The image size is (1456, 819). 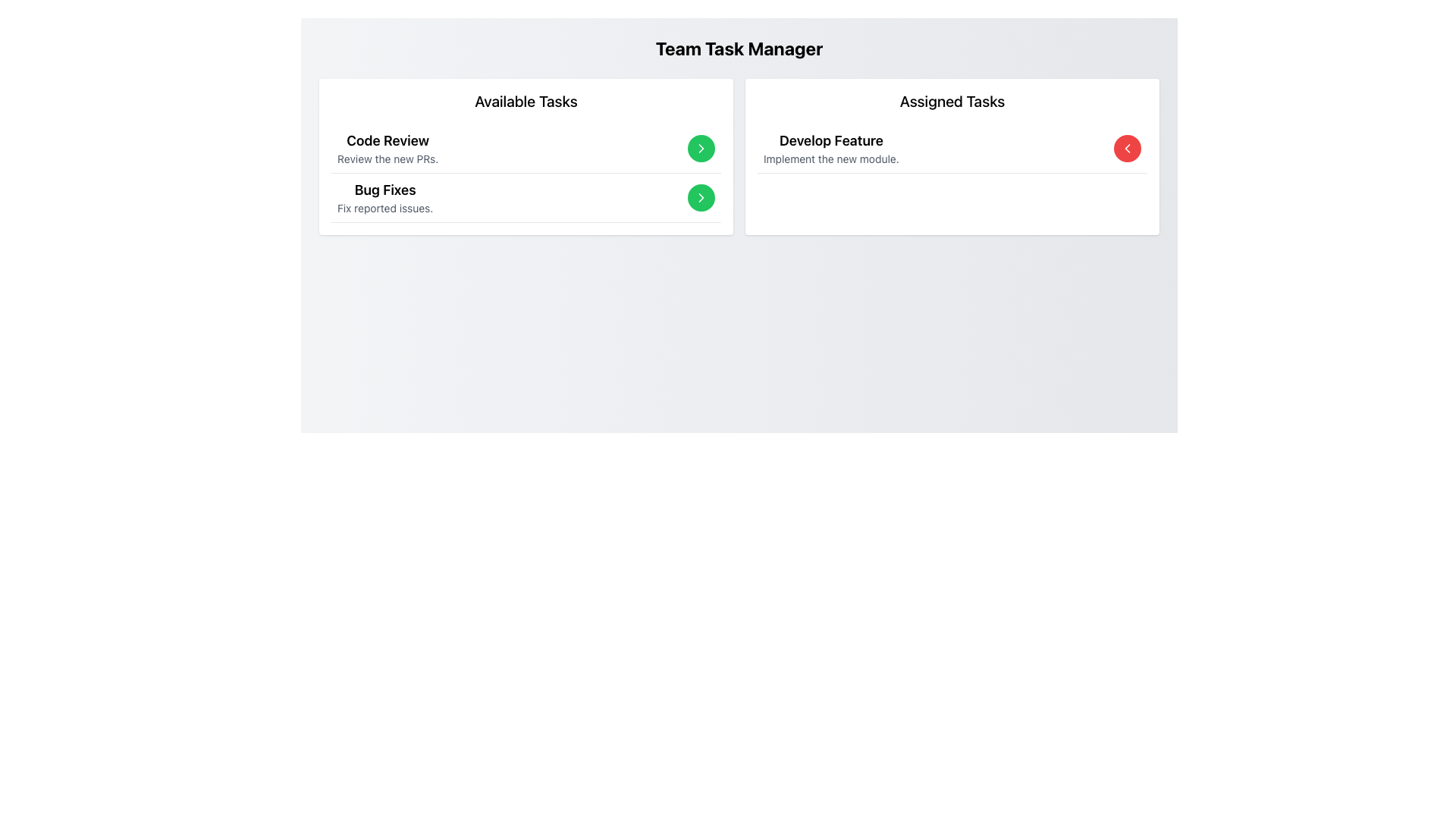 What do you see at coordinates (385, 208) in the screenshot?
I see `text element displaying 'Fix reported issues.' located beneath the 'Bug Fixes' heading in the 'Available Tasks' section` at bounding box center [385, 208].